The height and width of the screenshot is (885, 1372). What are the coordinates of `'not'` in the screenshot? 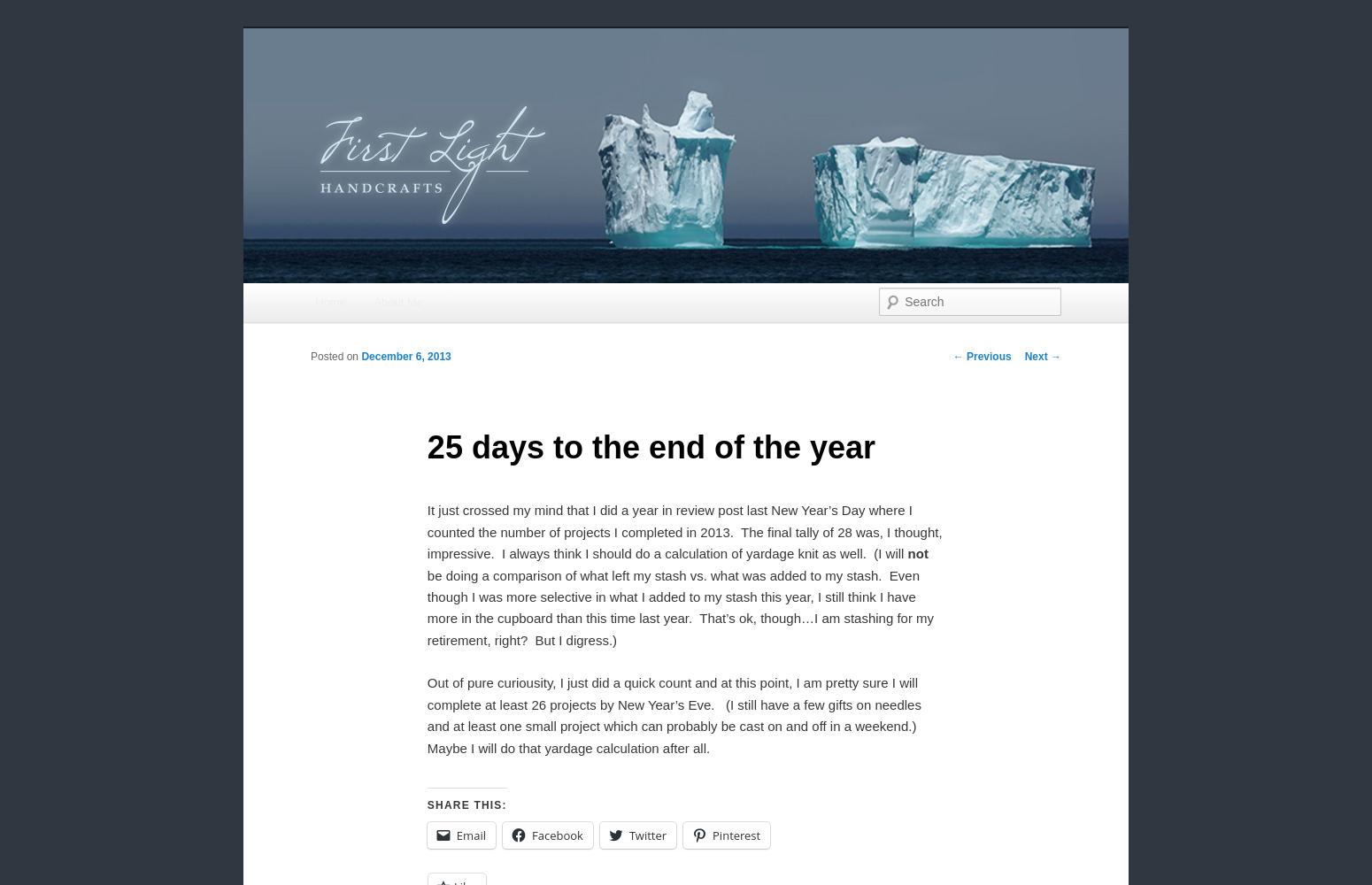 It's located at (917, 553).